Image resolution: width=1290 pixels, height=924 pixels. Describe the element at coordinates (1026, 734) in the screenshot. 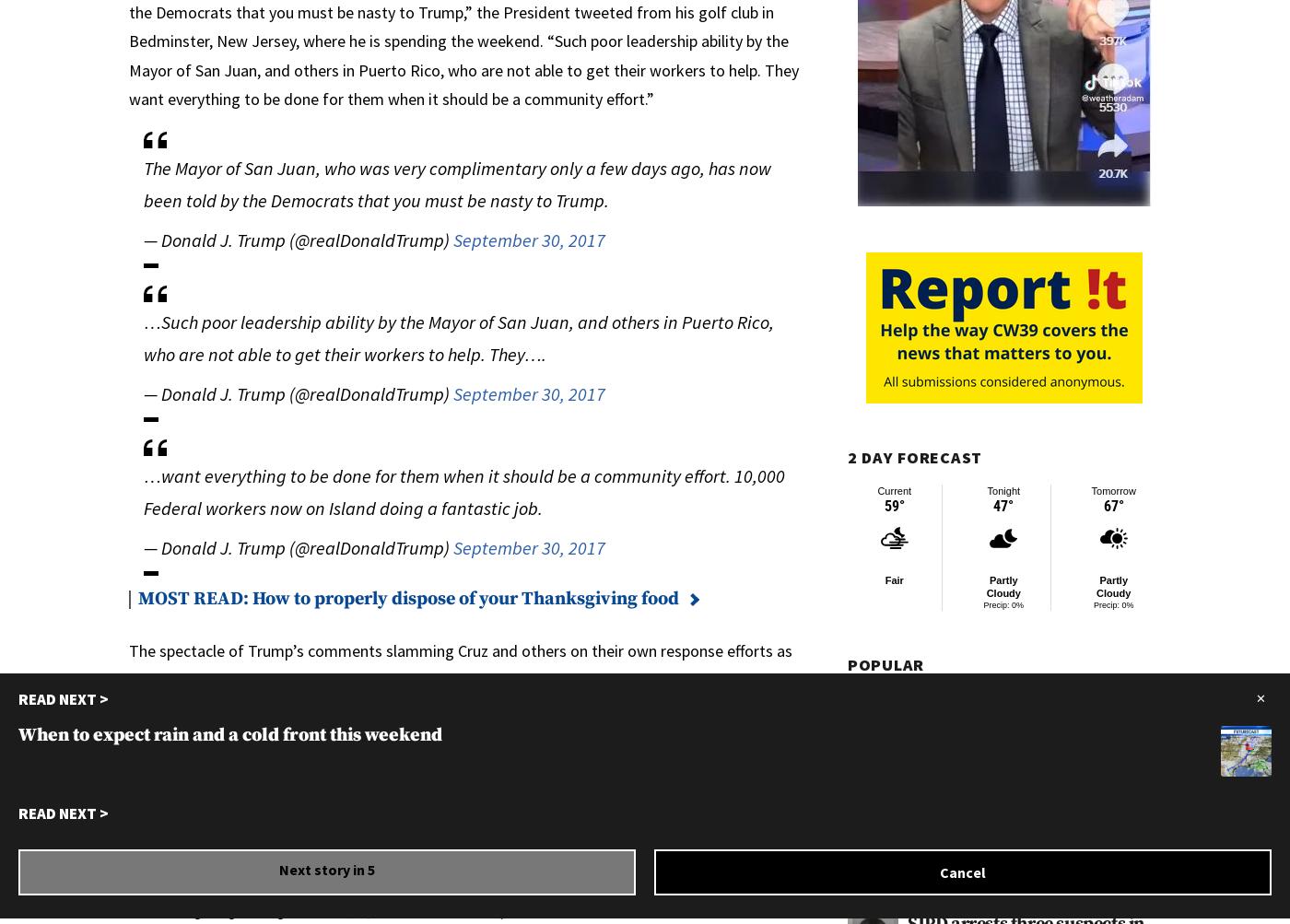

I see `'13 hours ago'` at that location.